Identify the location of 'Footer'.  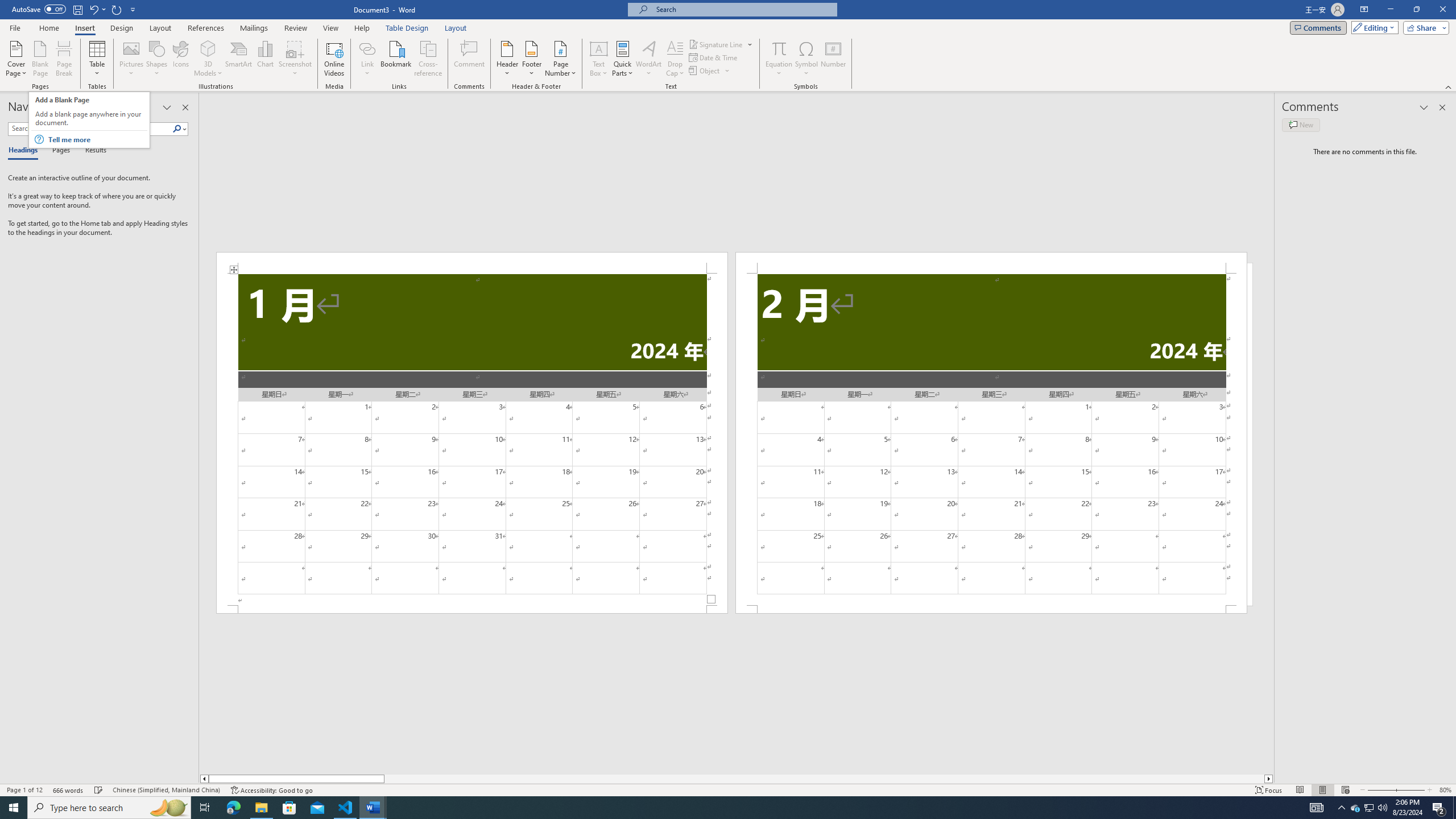
(531, 59).